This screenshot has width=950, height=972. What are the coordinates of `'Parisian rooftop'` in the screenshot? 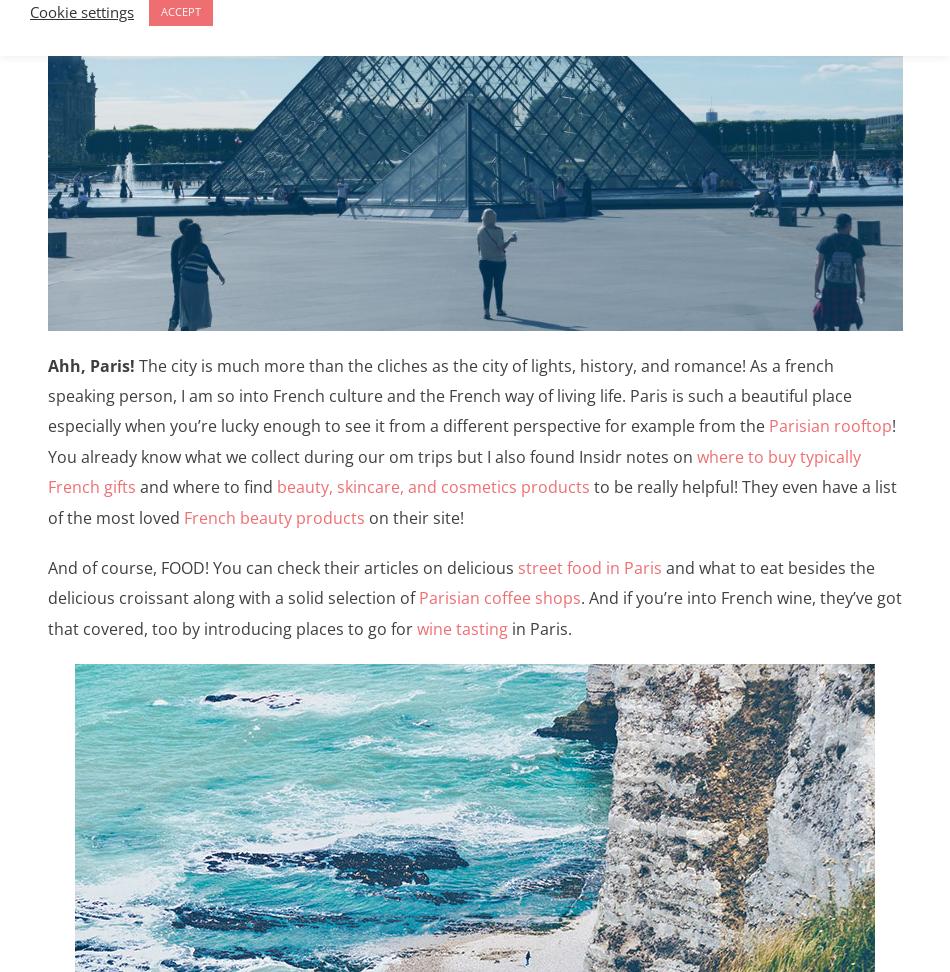 It's located at (766, 425).